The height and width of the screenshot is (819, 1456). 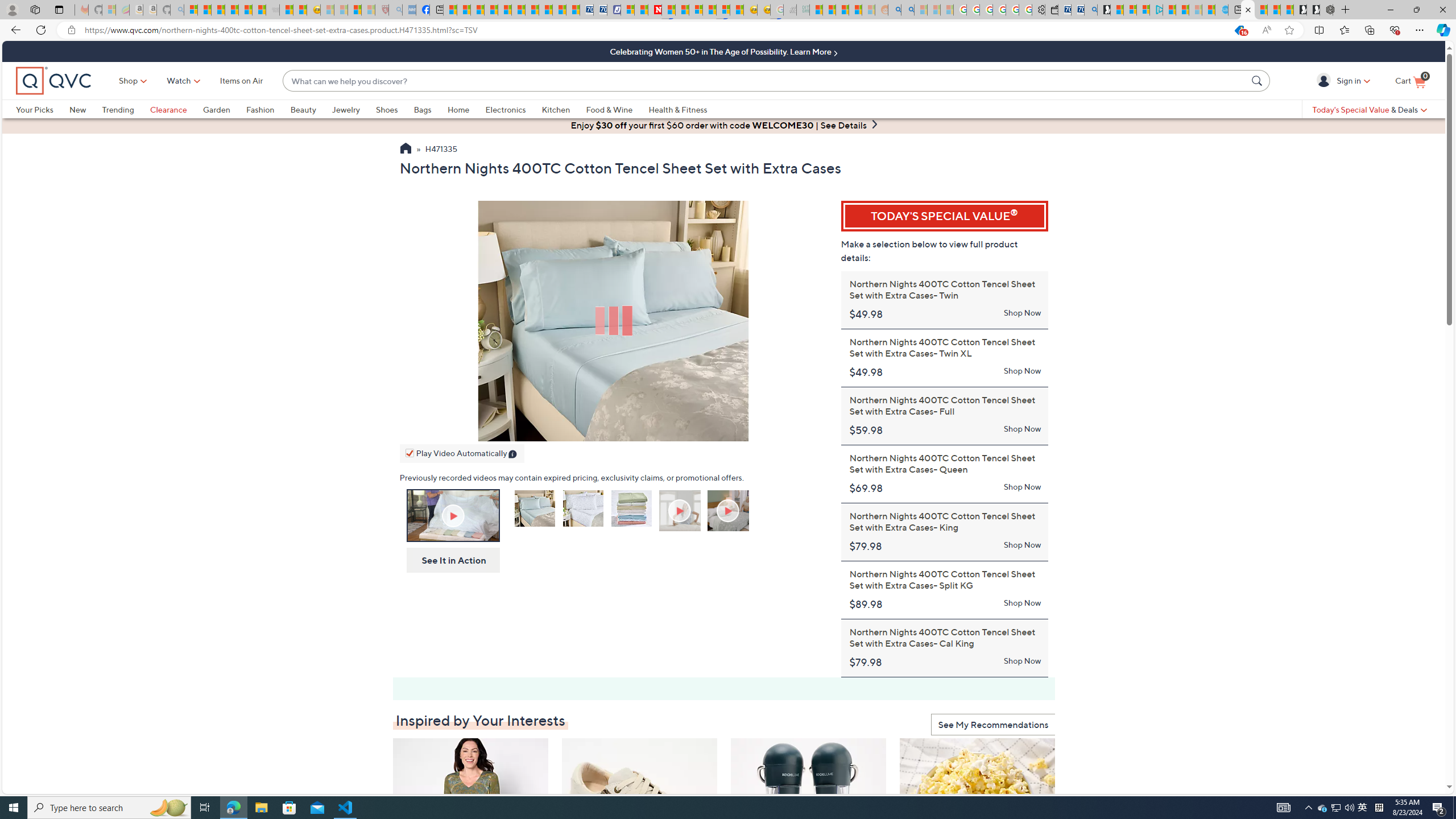 I want to click on 'Jewelry', so click(x=353, y=109).